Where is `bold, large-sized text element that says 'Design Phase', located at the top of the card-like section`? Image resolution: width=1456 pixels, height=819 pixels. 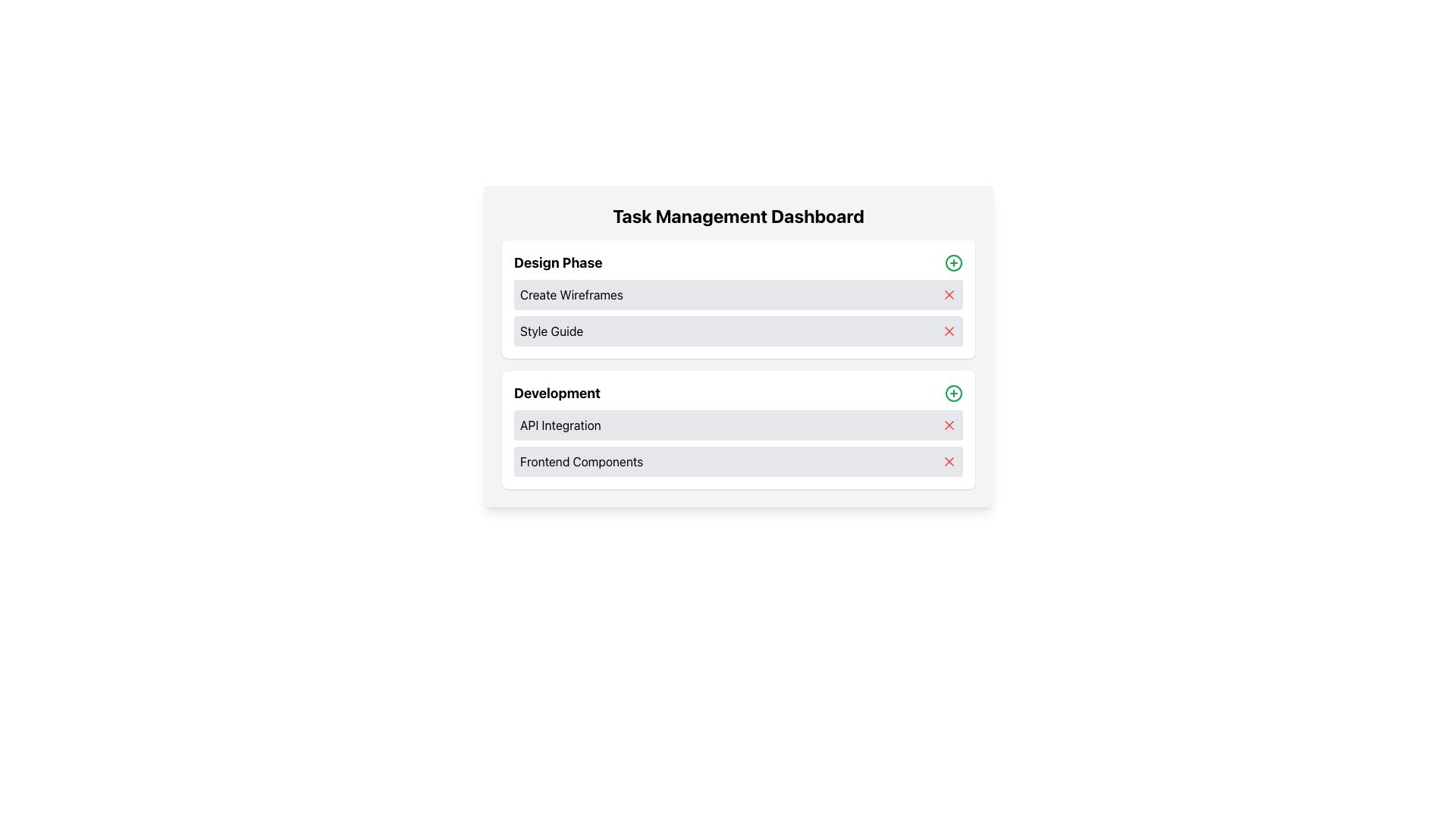
bold, large-sized text element that says 'Design Phase', located at the top of the card-like section is located at coordinates (557, 262).